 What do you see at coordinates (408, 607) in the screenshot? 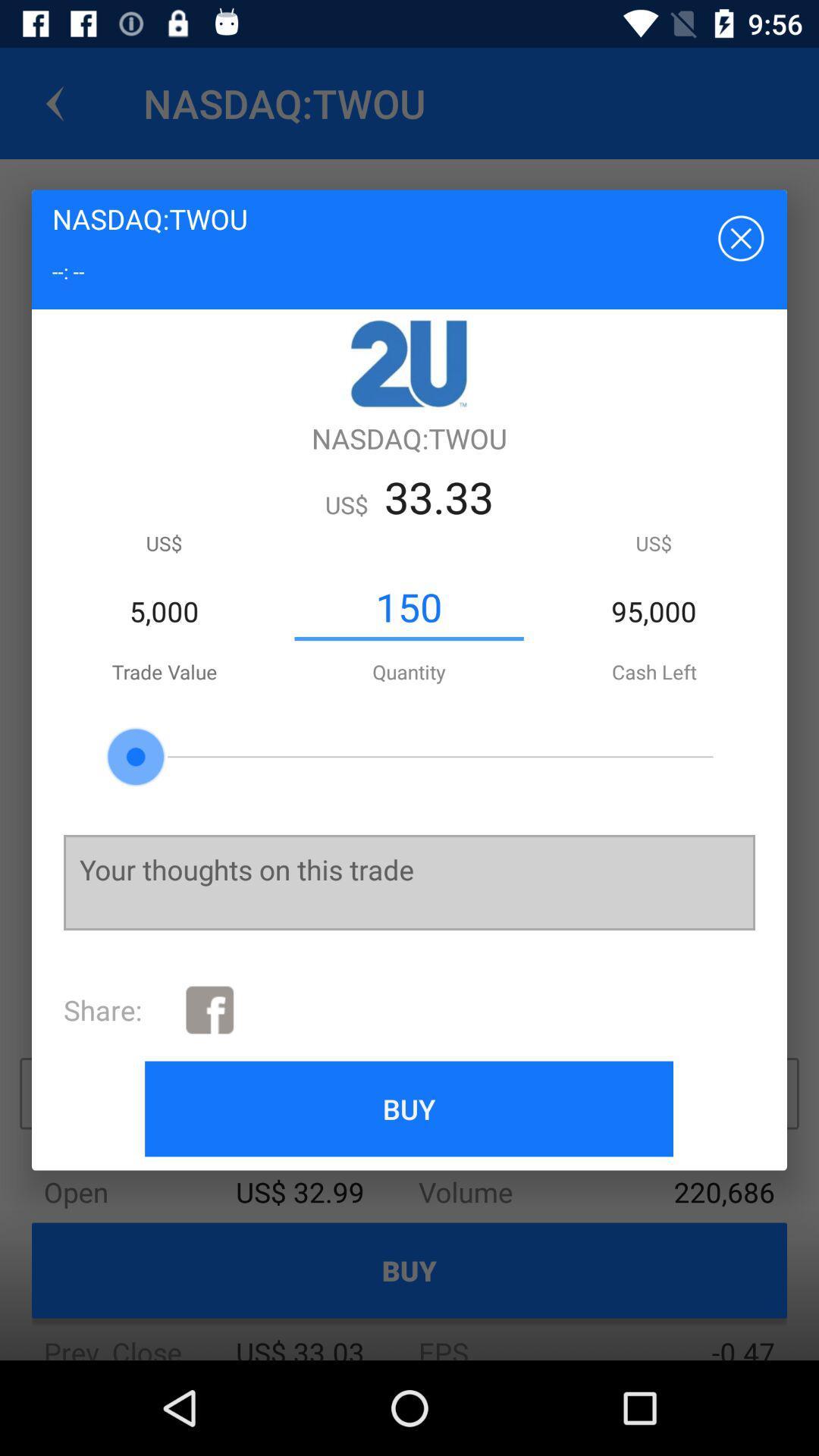
I see `icon to the left of the us$ icon` at bounding box center [408, 607].